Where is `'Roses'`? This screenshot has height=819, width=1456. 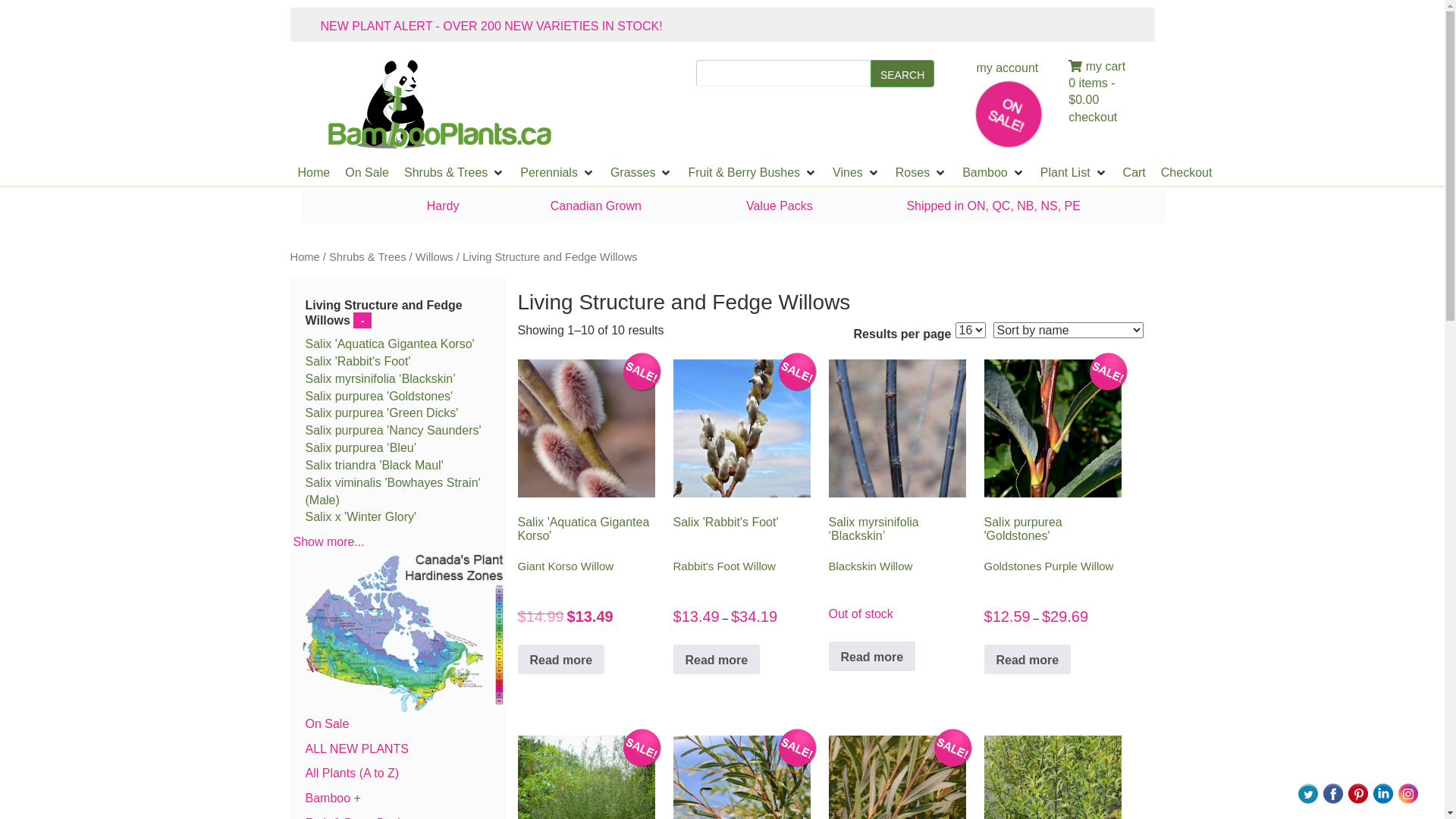
'Roses' is located at coordinates (912, 172).